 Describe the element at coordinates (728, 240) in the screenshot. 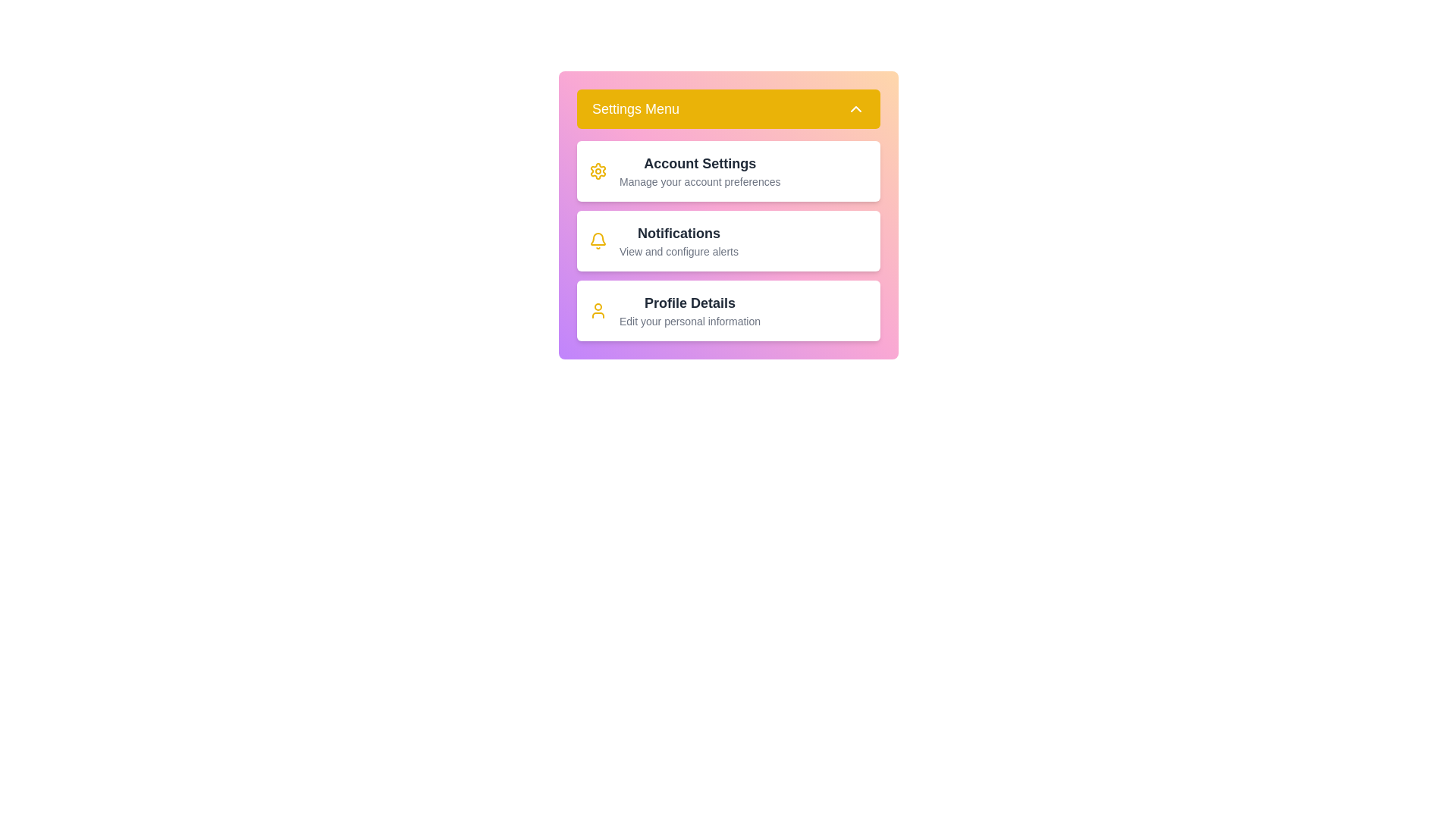

I see `the 'Notifications' option in the menu` at that location.